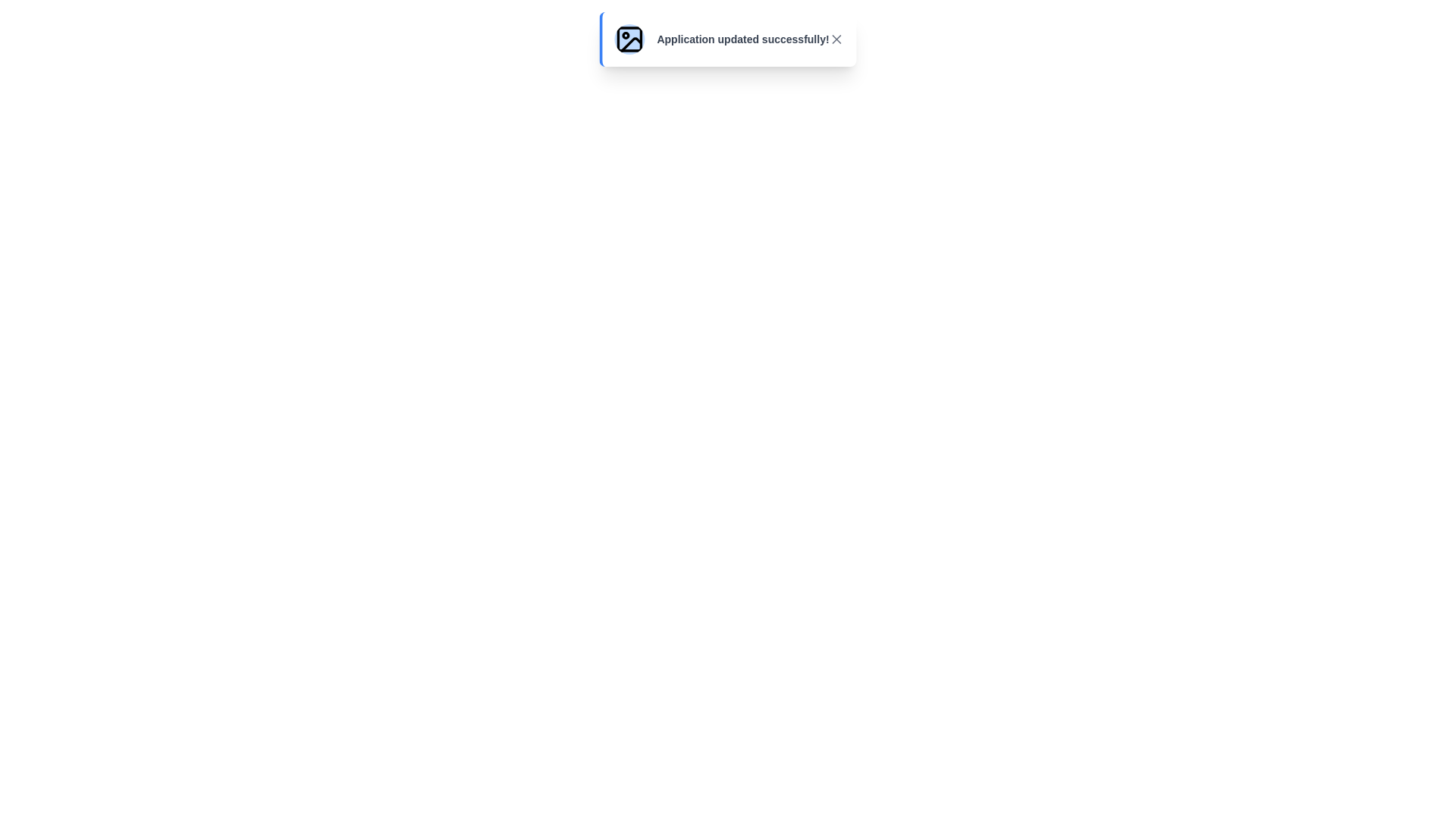 This screenshot has height=819, width=1456. I want to click on the close button of the notification to dismiss it, so click(836, 38).